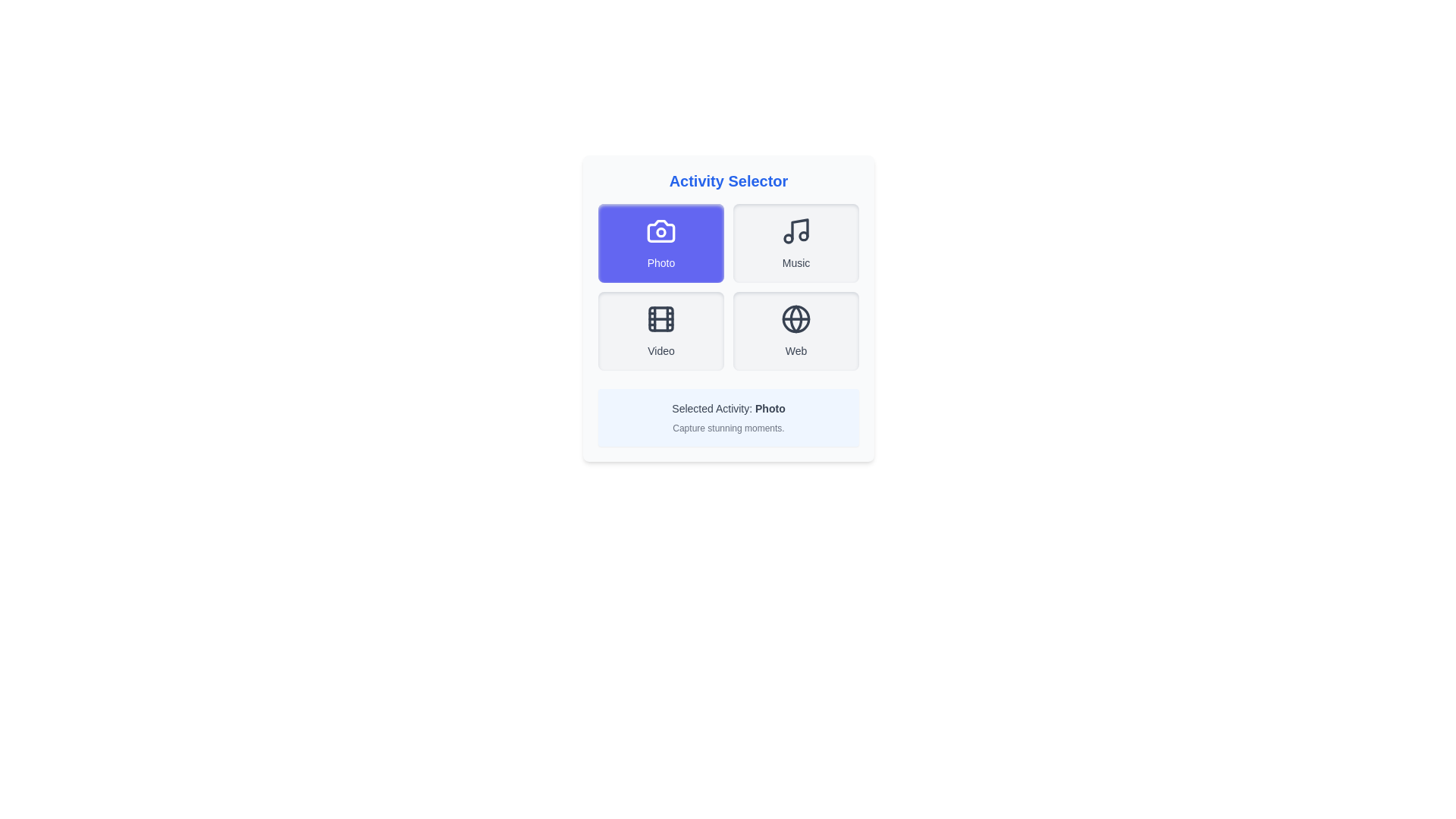 This screenshot has height=819, width=1456. Describe the element at coordinates (661, 330) in the screenshot. I see `the 'Video' button` at that location.